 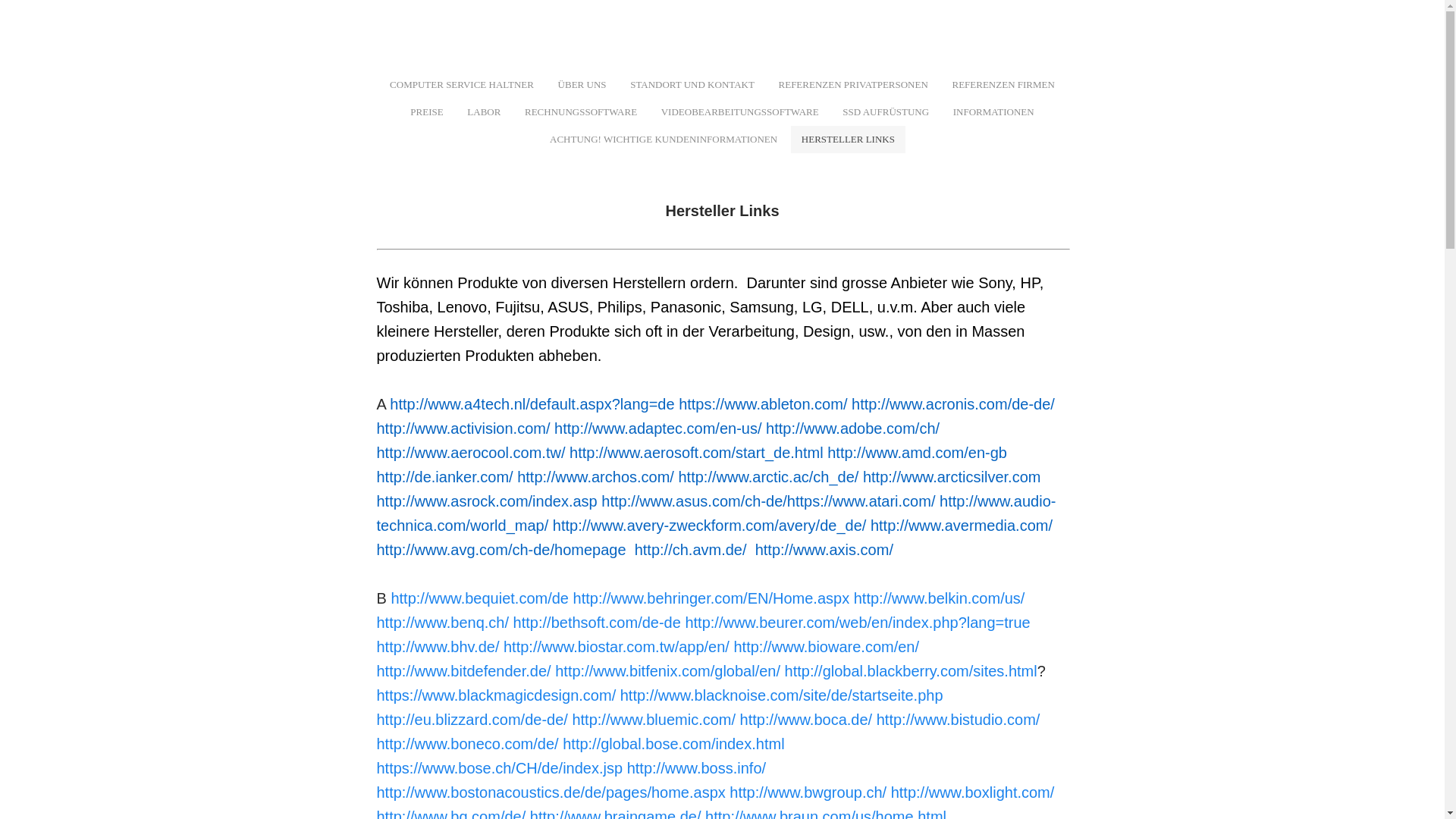 What do you see at coordinates (957, 718) in the screenshot?
I see `'http://www.bistudio.com/'` at bounding box center [957, 718].